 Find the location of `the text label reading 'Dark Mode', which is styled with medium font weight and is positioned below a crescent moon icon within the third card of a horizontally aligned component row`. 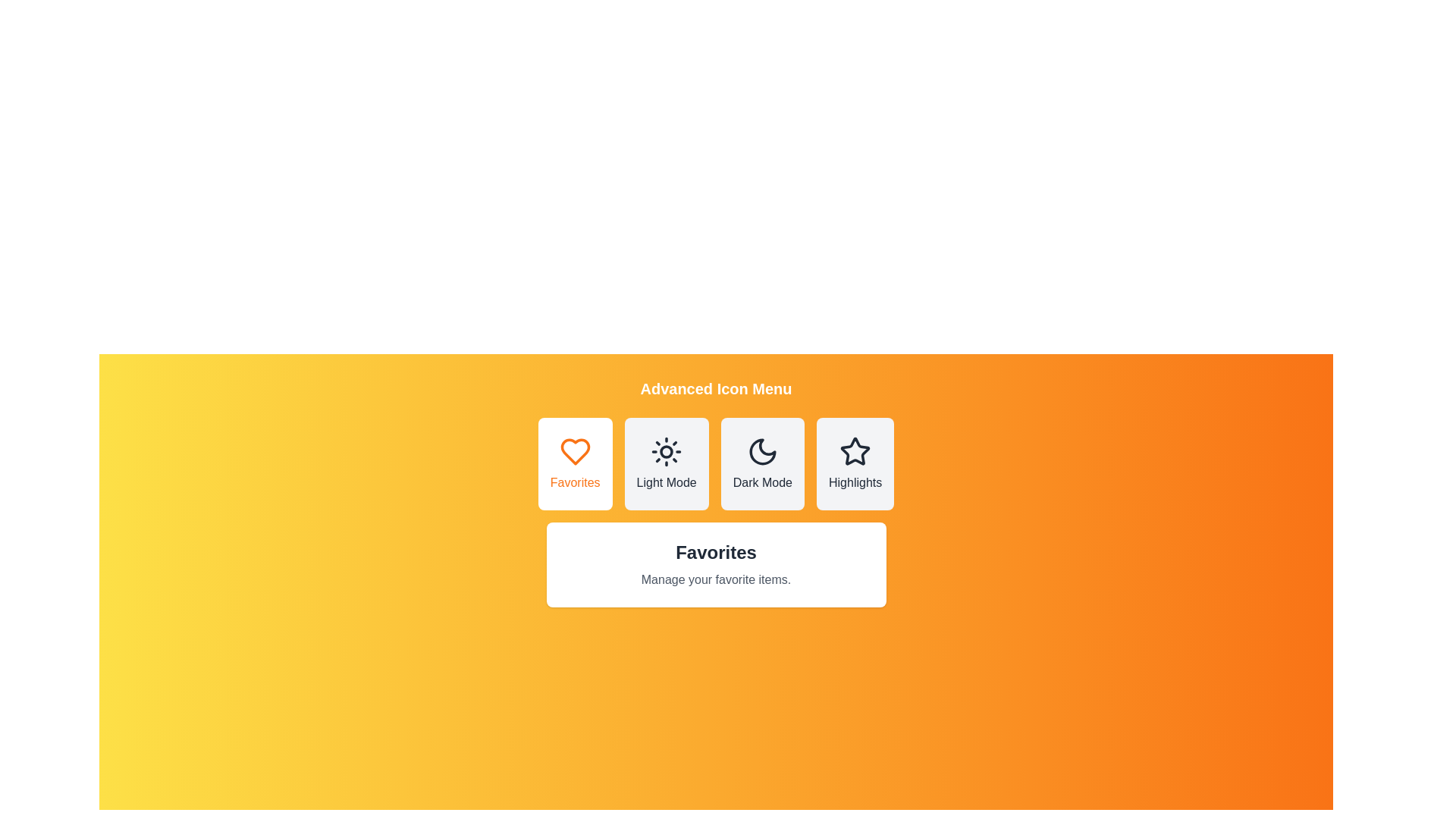

the text label reading 'Dark Mode', which is styled with medium font weight and is positioned below a crescent moon icon within the third card of a horizontally aligned component row is located at coordinates (762, 482).